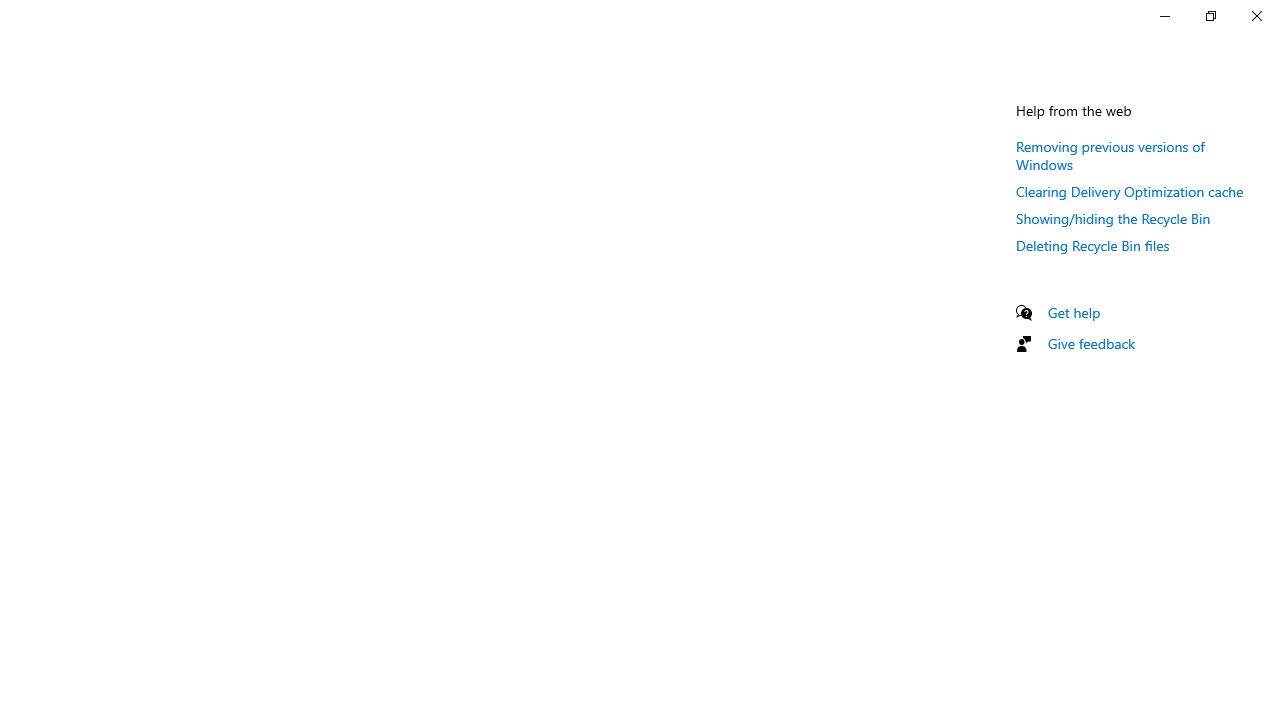 The image size is (1280, 720). What do you see at coordinates (1092, 244) in the screenshot?
I see `'Deleting Recycle Bin files'` at bounding box center [1092, 244].